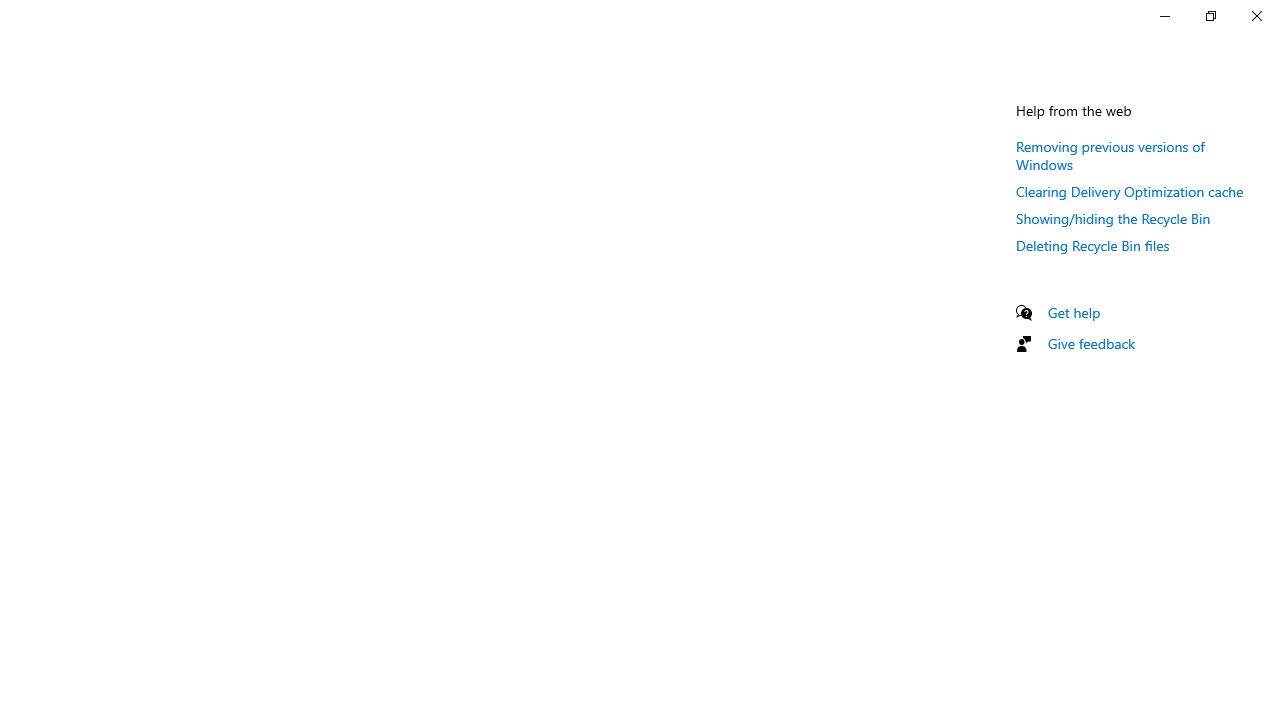 The image size is (1280, 720). What do you see at coordinates (1092, 244) in the screenshot?
I see `'Deleting Recycle Bin files'` at bounding box center [1092, 244].